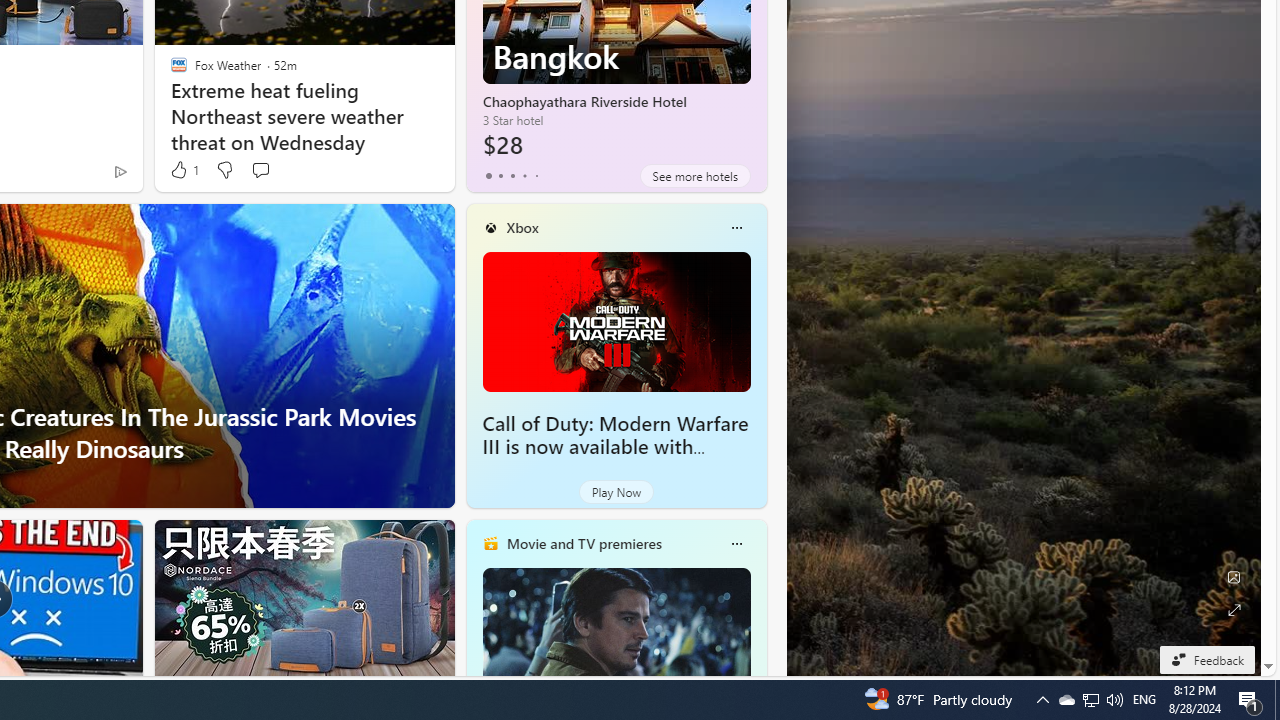  What do you see at coordinates (735, 543) in the screenshot?
I see `'Class: icon-img'` at bounding box center [735, 543].